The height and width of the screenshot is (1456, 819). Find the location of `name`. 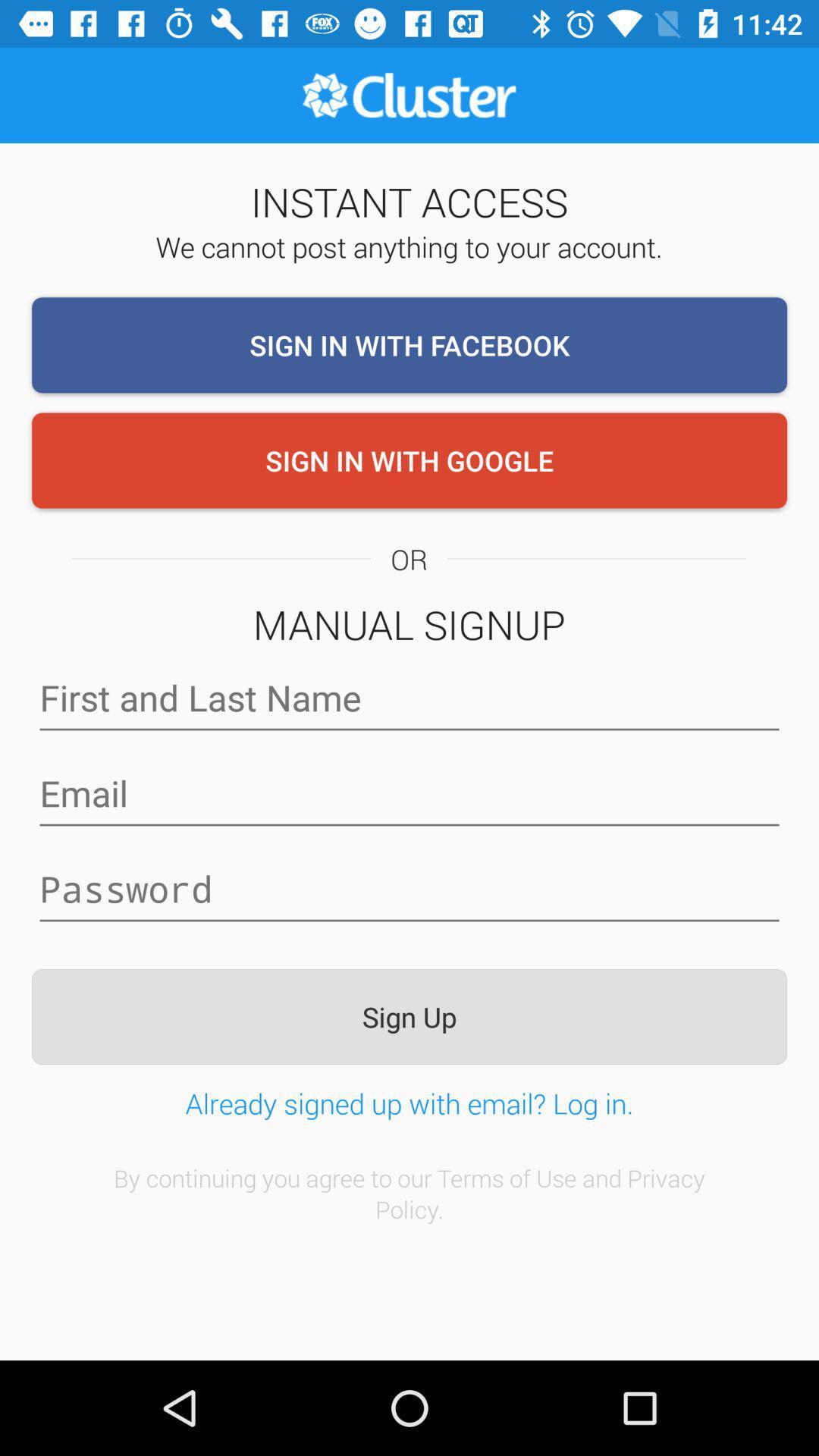

name is located at coordinates (409, 698).